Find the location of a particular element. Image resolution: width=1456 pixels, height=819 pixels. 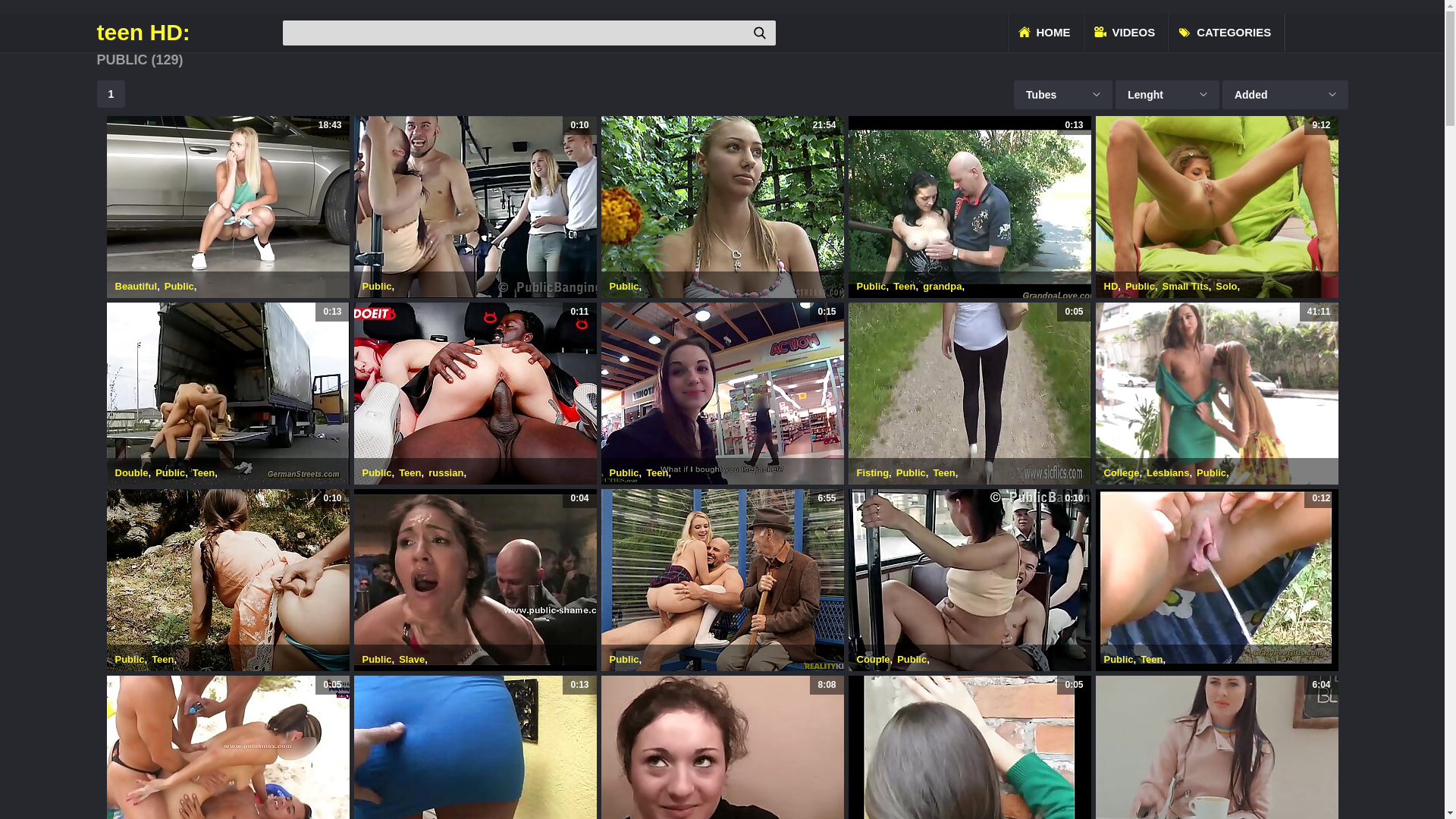

'Double' is located at coordinates (131, 472).